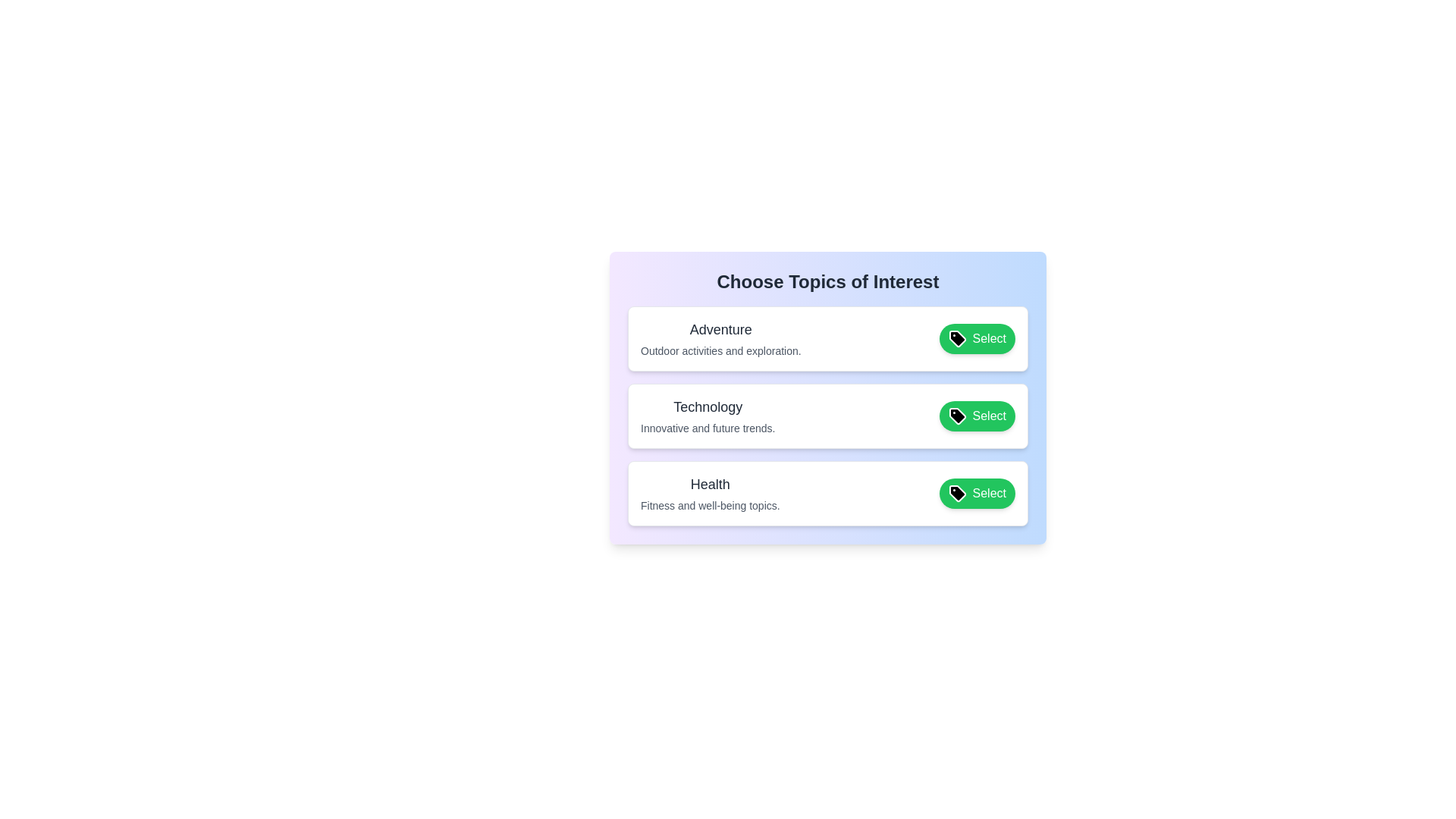 The height and width of the screenshot is (819, 1456). Describe the element at coordinates (720, 494) in the screenshot. I see `the tag item labeled 'Health'` at that location.